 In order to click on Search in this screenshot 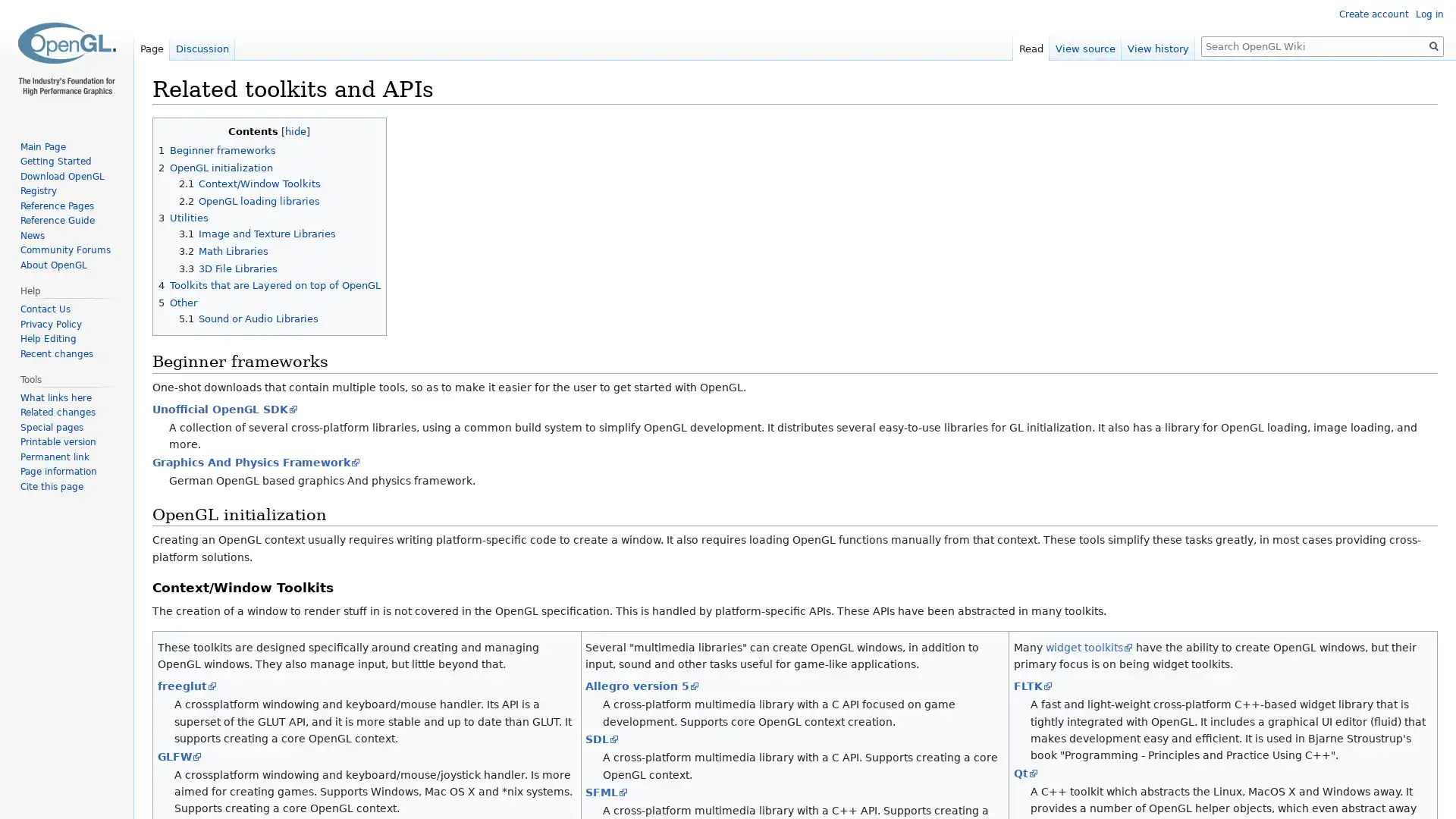, I will do `click(1433, 45)`.